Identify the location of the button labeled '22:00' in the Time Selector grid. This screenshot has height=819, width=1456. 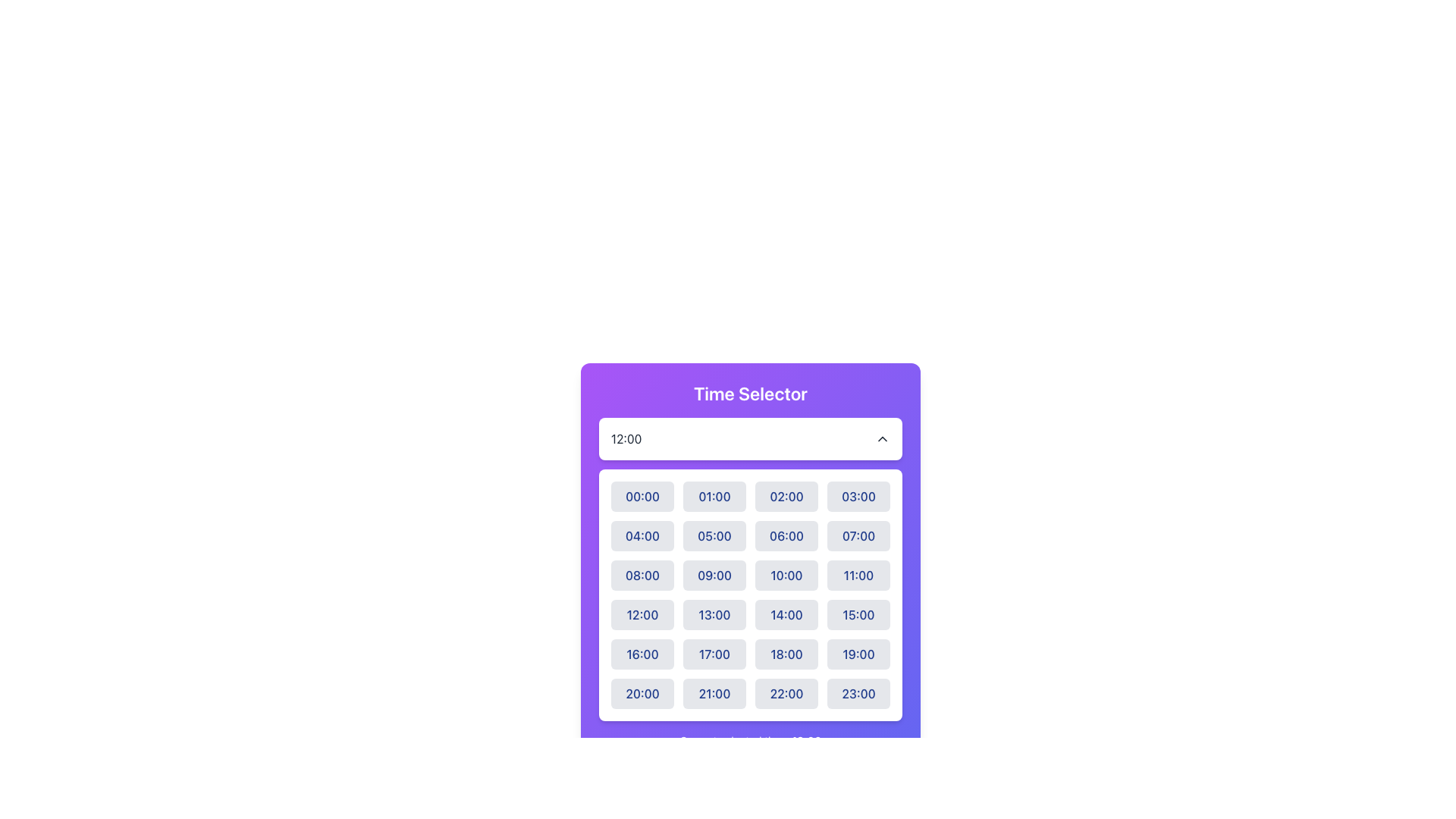
(786, 693).